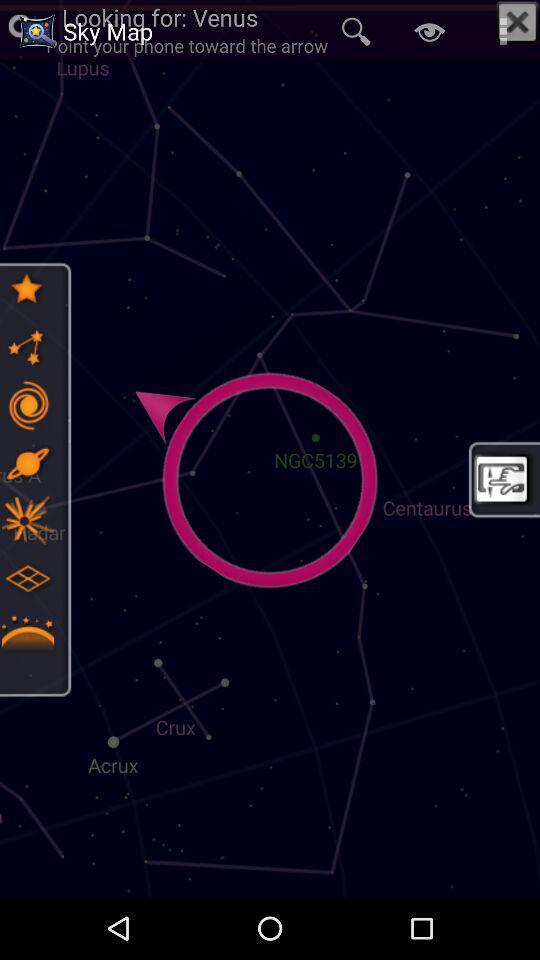 The image size is (540, 960). I want to click on the national_flag icon, so click(26, 519).